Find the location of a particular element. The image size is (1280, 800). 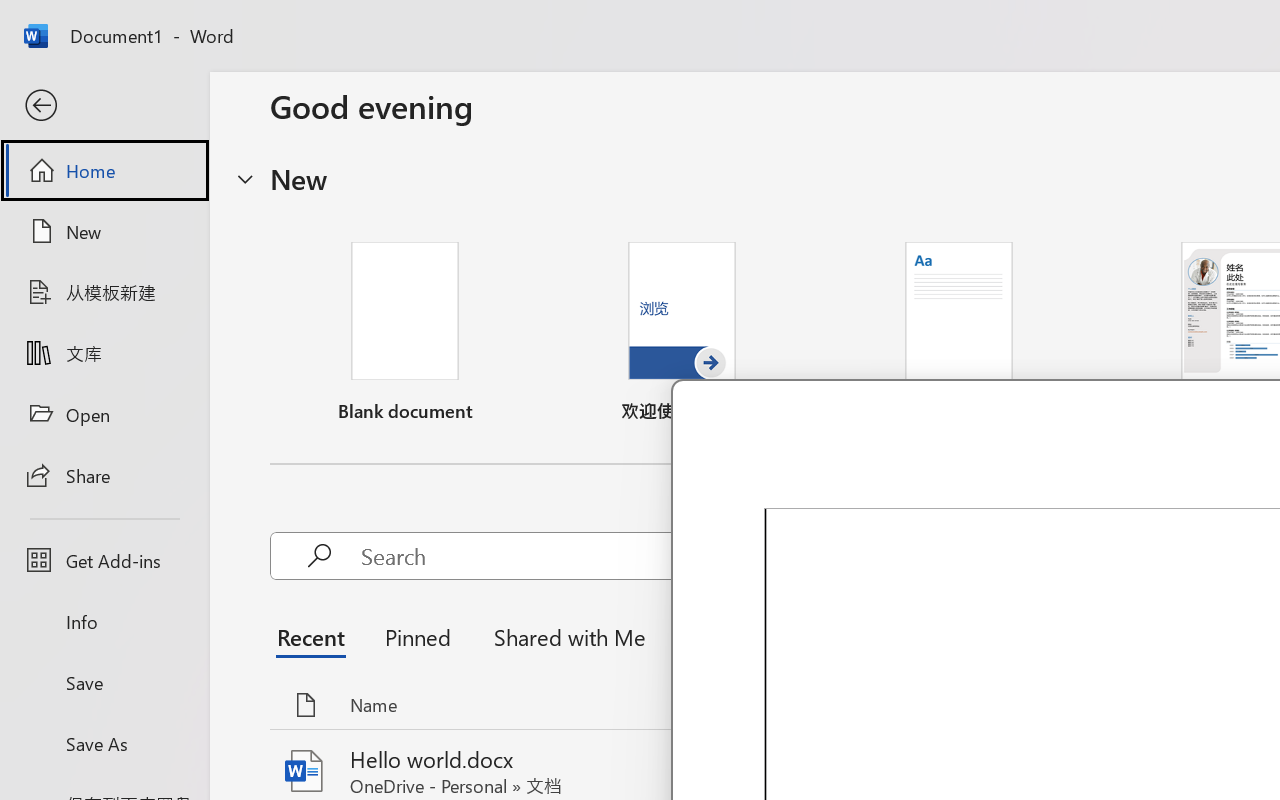

'New' is located at coordinates (103, 231).